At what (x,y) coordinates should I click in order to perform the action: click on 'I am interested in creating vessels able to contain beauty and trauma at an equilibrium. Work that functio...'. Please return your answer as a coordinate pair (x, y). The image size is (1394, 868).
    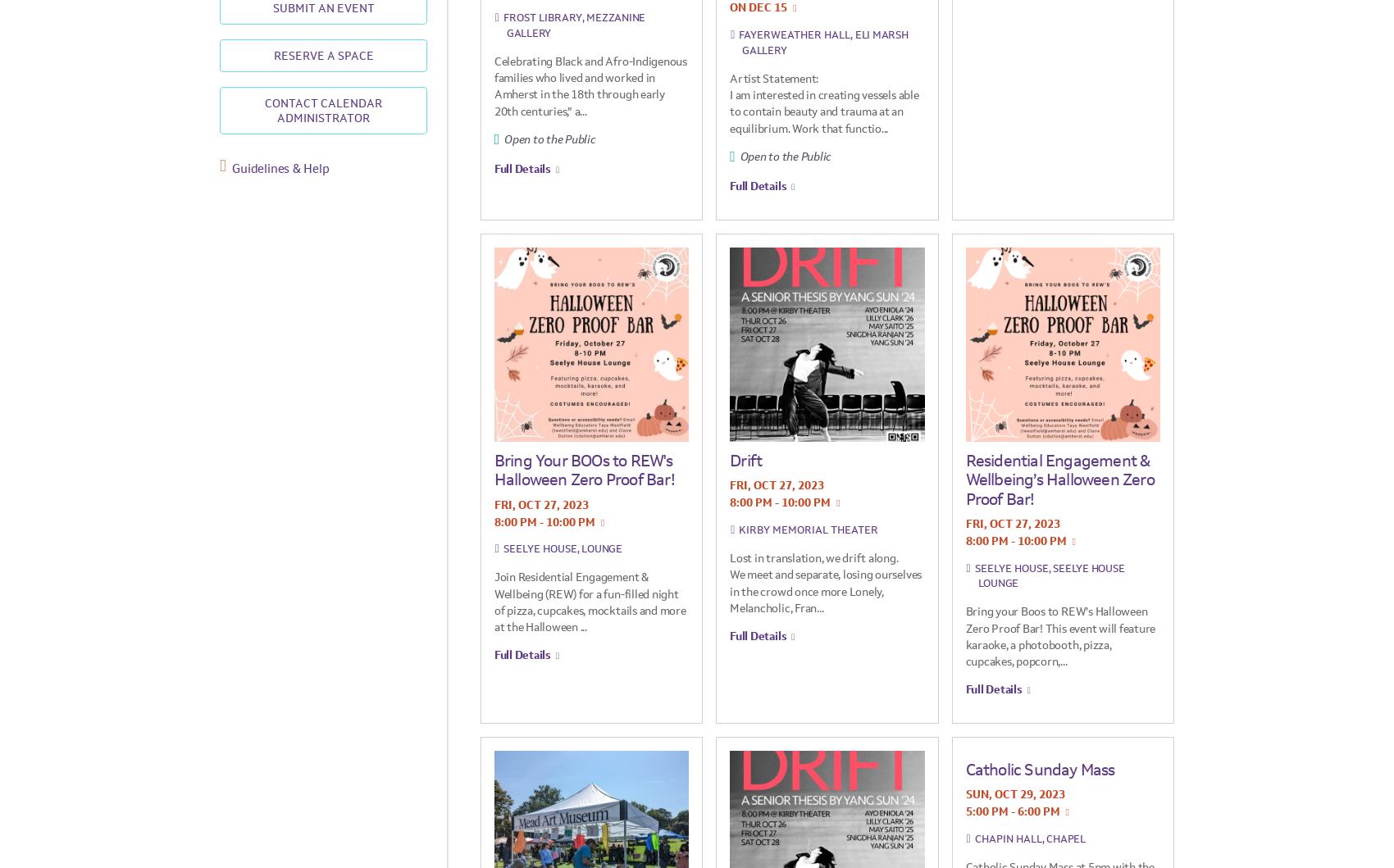
    Looking at the image, I should click on (823, 110).